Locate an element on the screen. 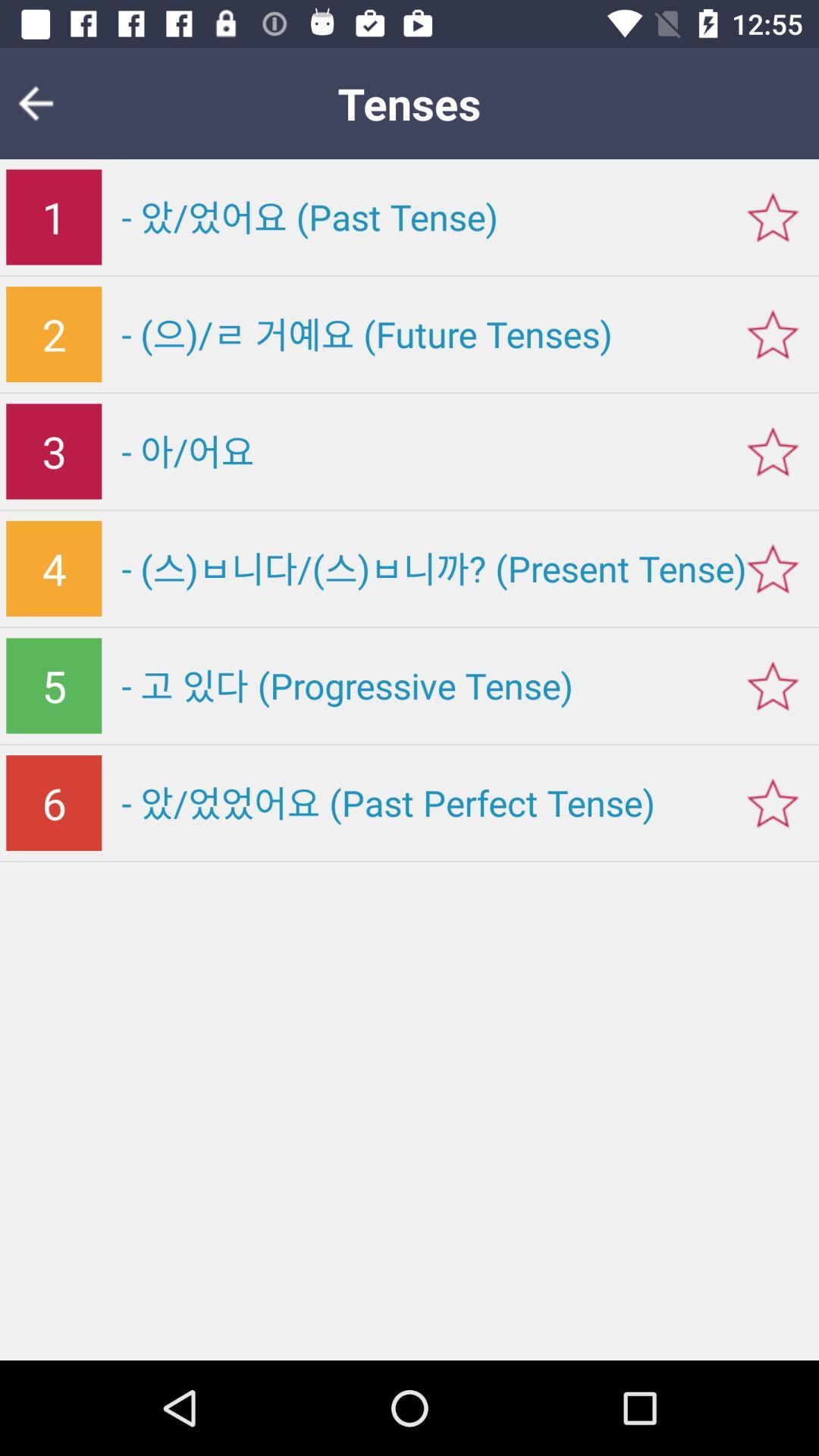  the arrow_backward icon is located at coordinates (45, 102).